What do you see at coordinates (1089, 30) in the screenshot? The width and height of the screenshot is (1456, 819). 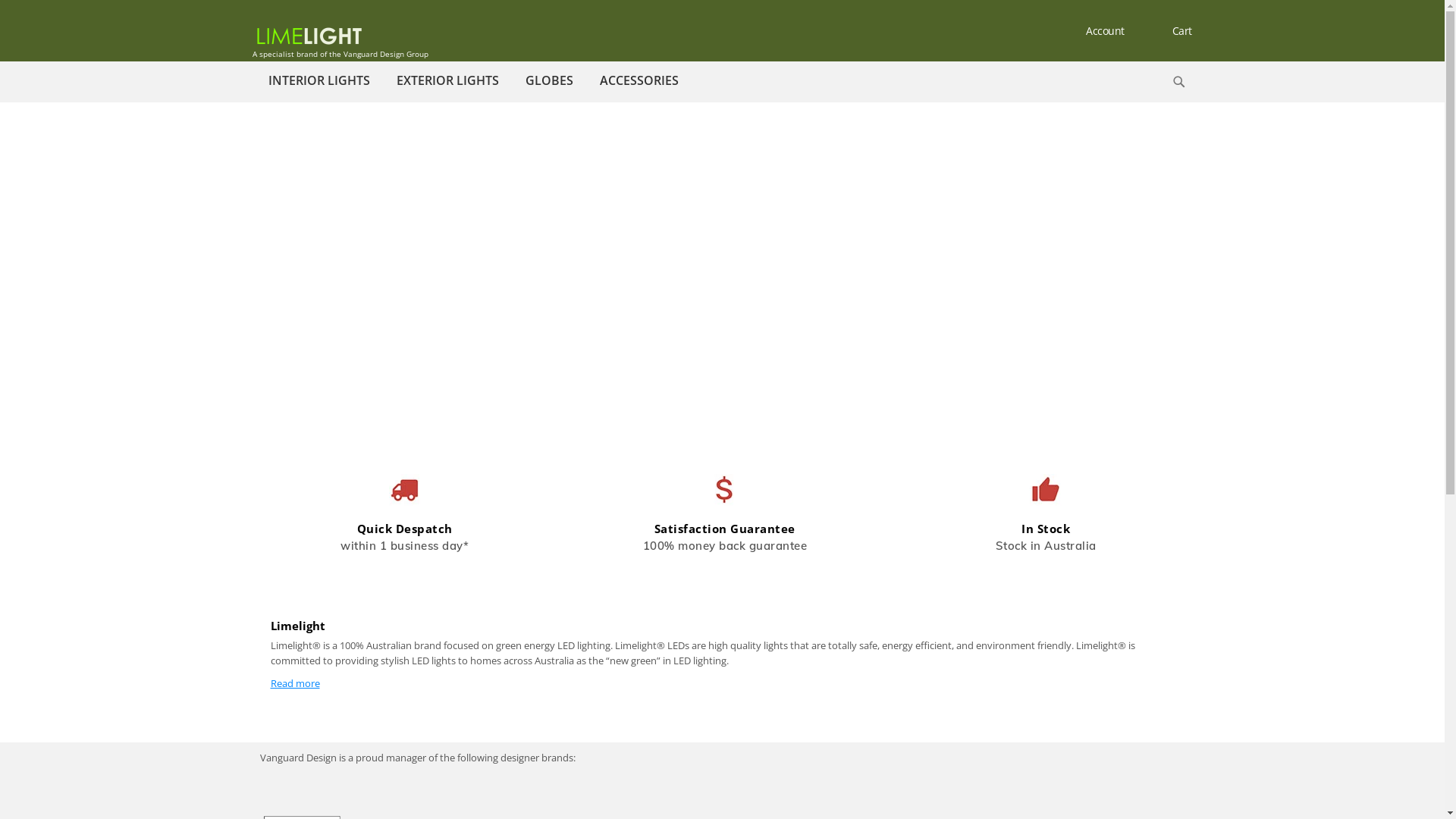 I see `'Account'` at bounding box center [1089, 30].